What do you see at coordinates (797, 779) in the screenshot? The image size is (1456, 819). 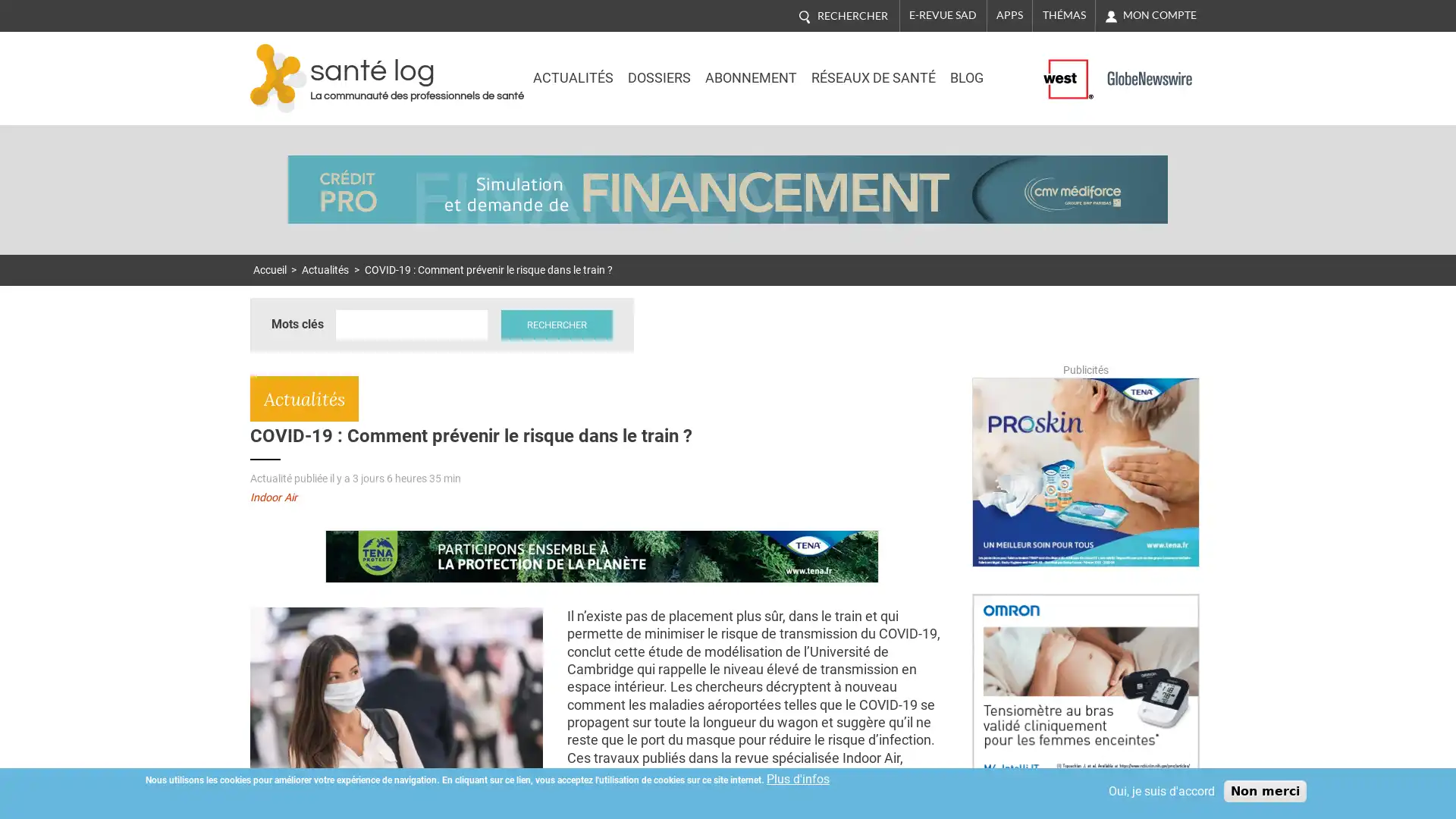 I see `Plus d'infos` at bounding box center [797, 779].